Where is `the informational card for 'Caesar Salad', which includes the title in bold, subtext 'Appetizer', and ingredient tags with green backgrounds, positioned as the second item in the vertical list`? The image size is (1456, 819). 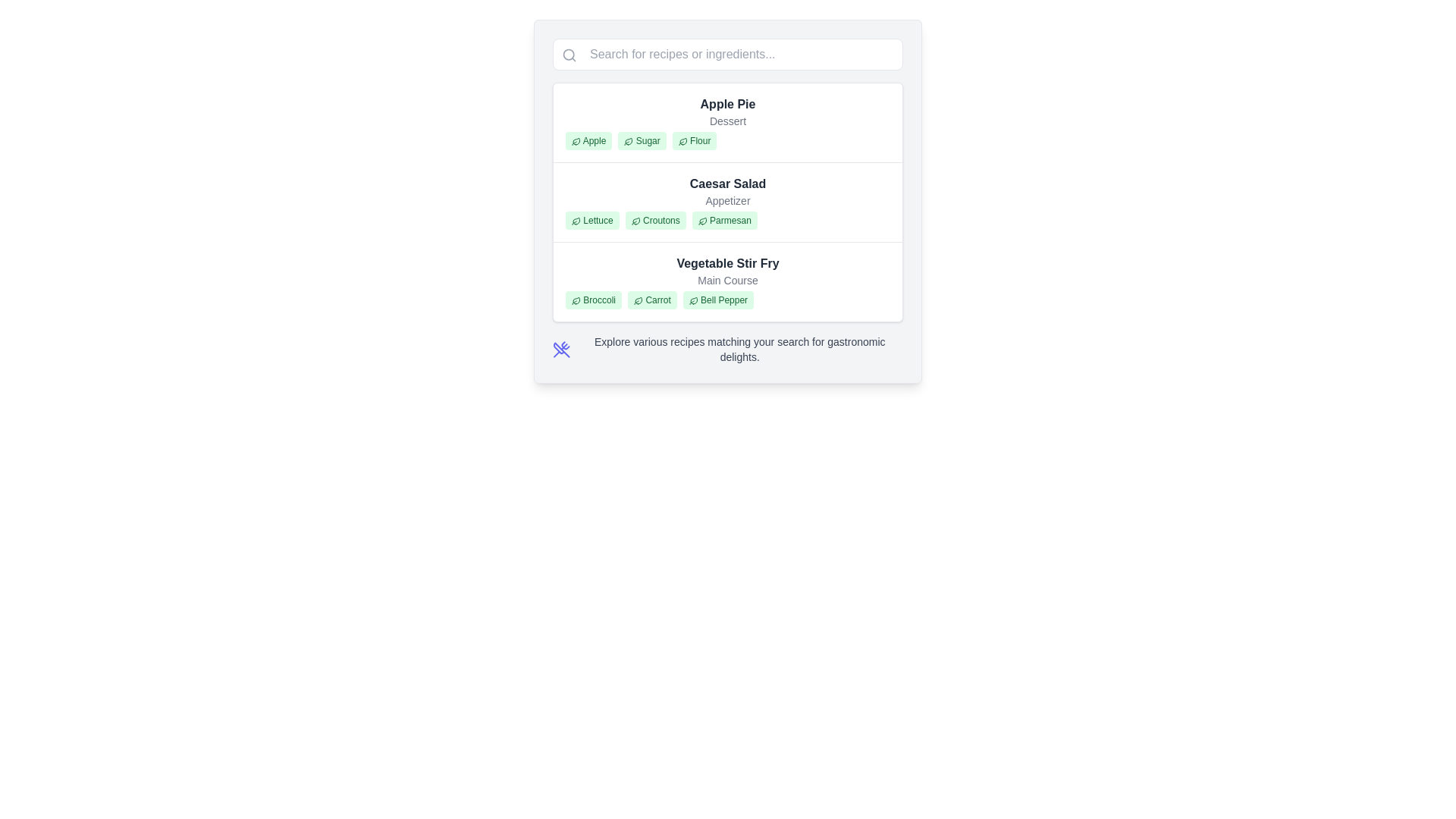
the informational card for 'Caesar Salad', which includes the title in bold, subtext 'Appetizer', and ingredient tags with green backgrounds, positioned as the second item in the vertical list is located at coordinates (728, 201).